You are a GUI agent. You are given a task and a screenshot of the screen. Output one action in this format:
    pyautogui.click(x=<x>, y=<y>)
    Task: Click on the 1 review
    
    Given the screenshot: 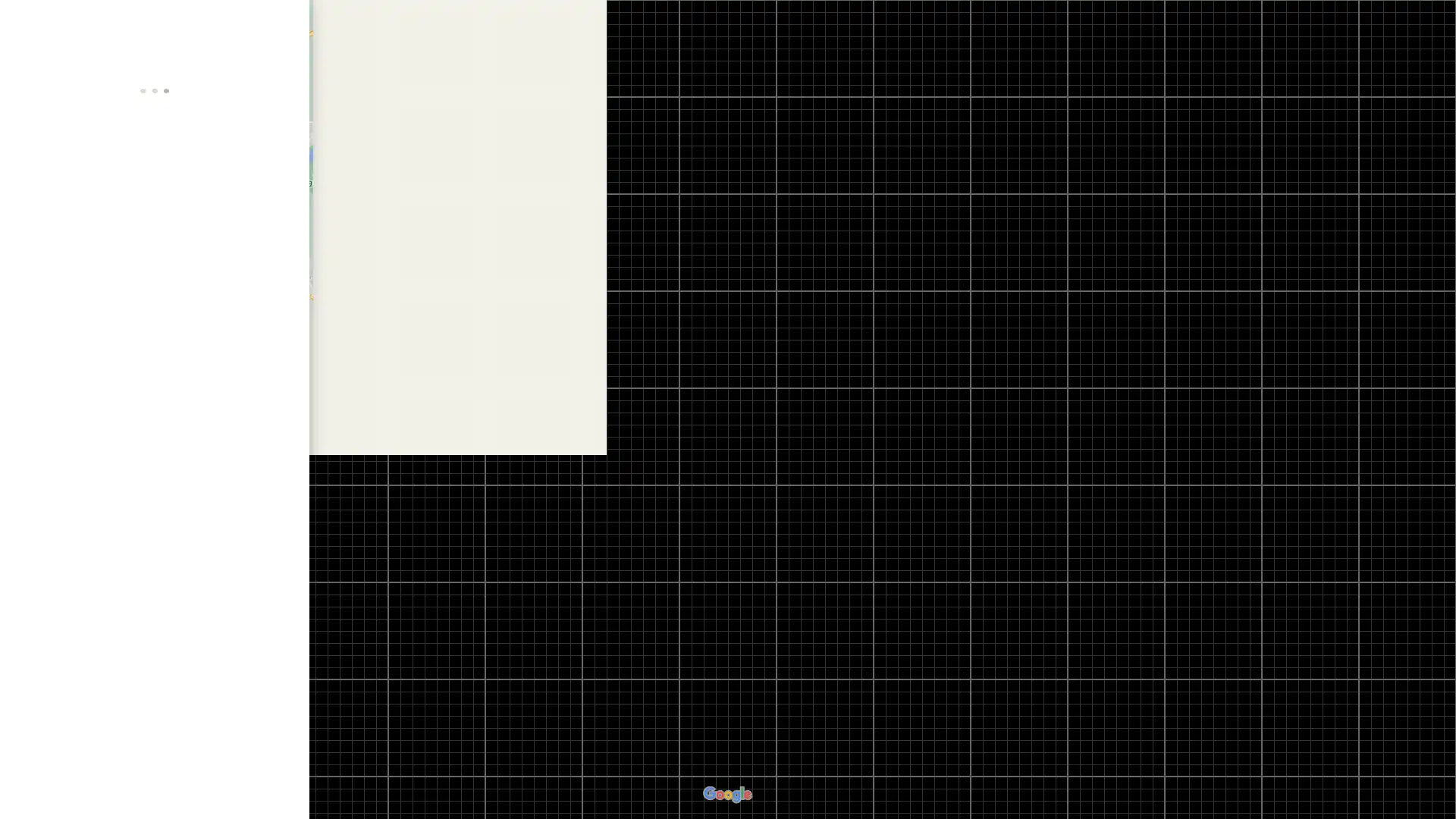 What is the action you would take?
    pyautogui.click(x=112, y=228)
    